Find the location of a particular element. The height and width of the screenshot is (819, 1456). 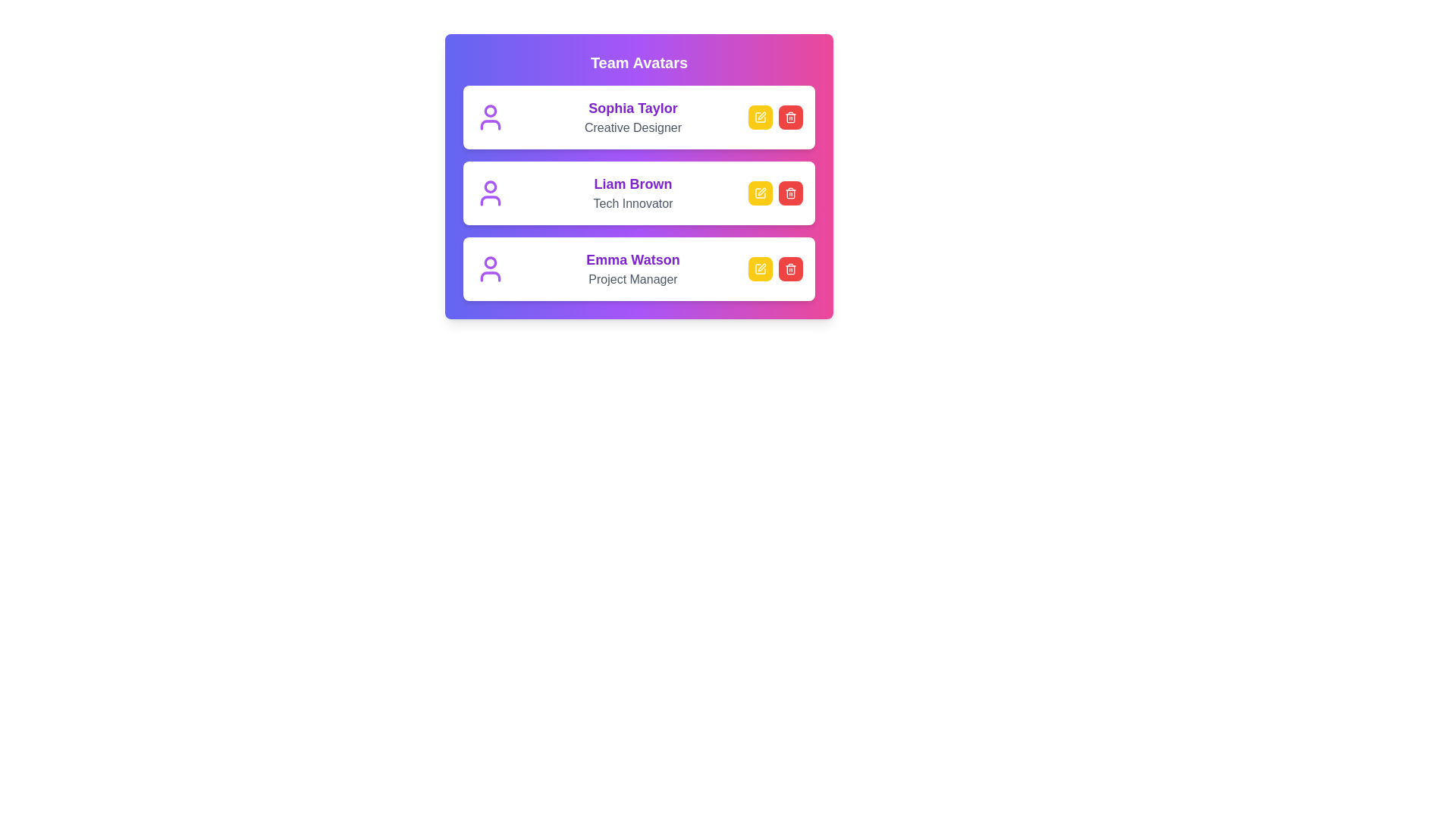

the pen icon to the left of the trash can icon associated with 'Sophia Taylor' to initiate editing is located at coordinates (761, 115).